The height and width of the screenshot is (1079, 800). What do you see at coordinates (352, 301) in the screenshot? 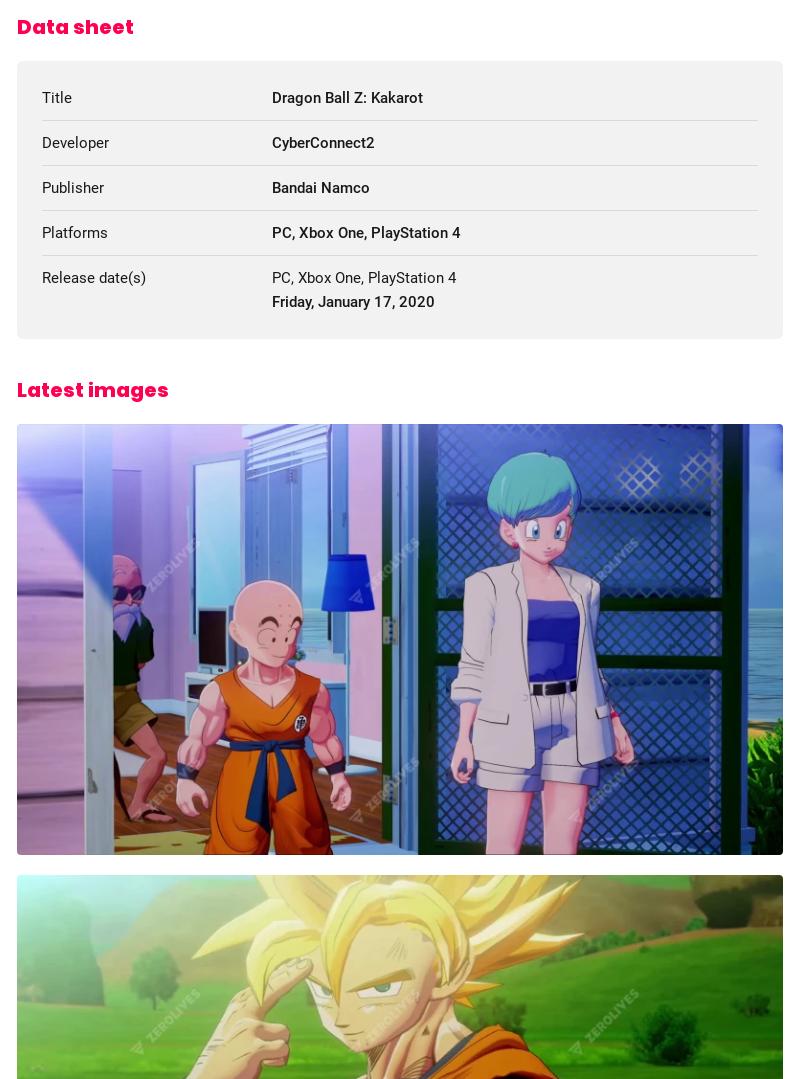
I see `'Friday, January 17, 2020'` at bounding box center [352, 301].